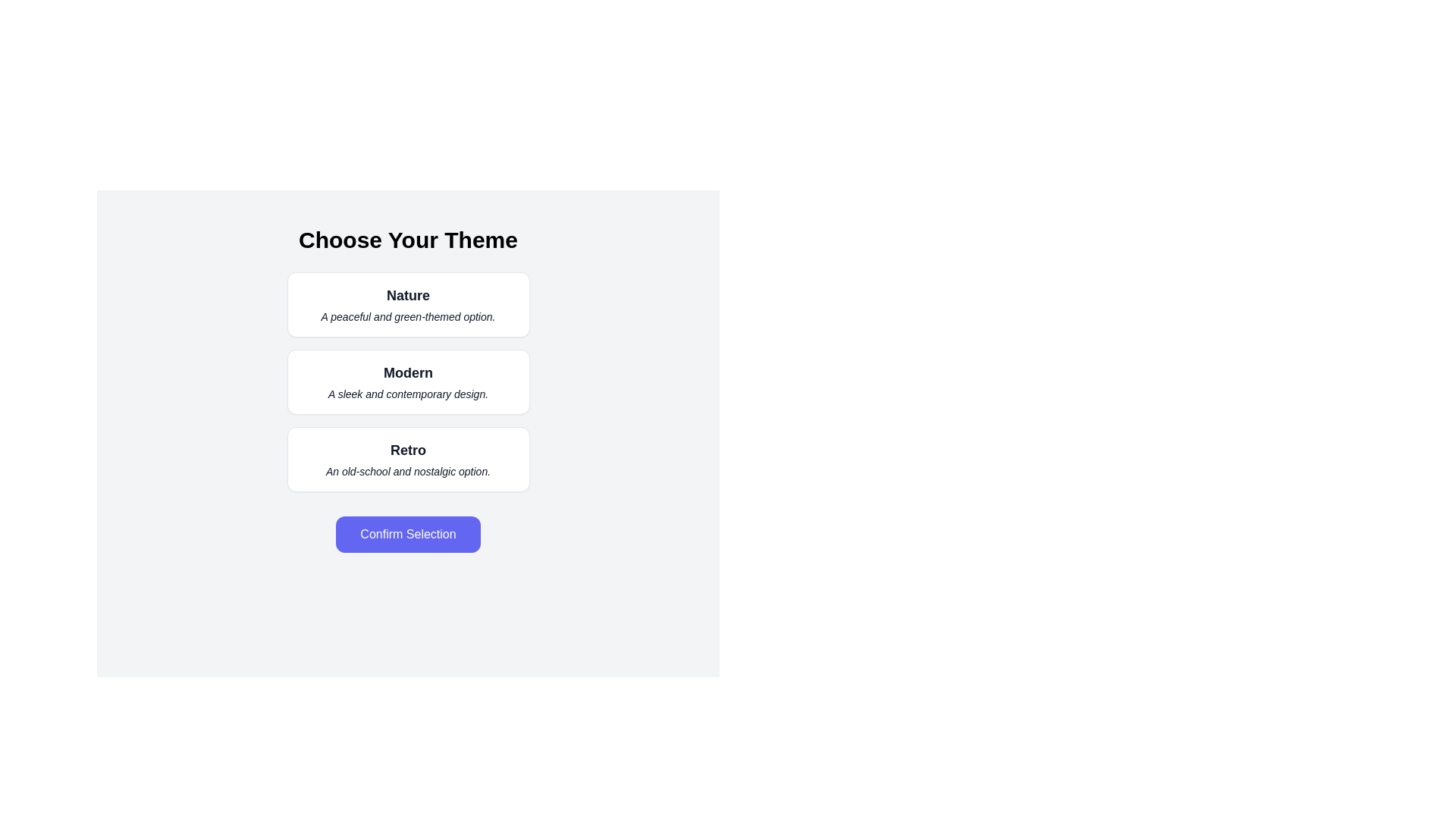  Describe the element at coordinates (408, 458) in the screenshot. I see `the Selectable Card labeled 'Retro' which is the third option in a vertical list of three cards` at that location.